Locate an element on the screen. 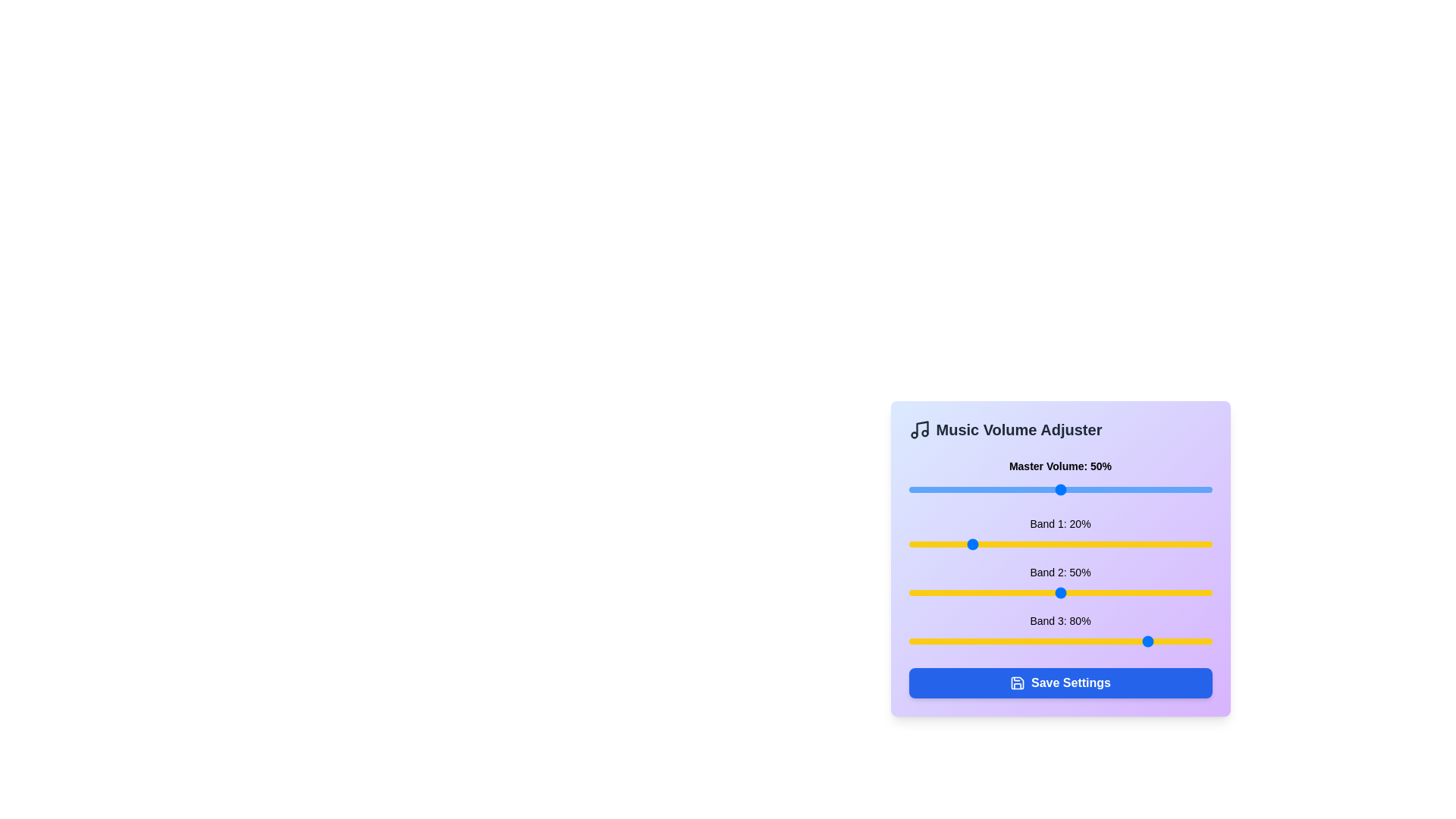 This screenshot has height=819, width=1456. the yellow track of the horizontal slider located under 'Band 3: 80%' to set a value is located at coordinates (1059, 641).